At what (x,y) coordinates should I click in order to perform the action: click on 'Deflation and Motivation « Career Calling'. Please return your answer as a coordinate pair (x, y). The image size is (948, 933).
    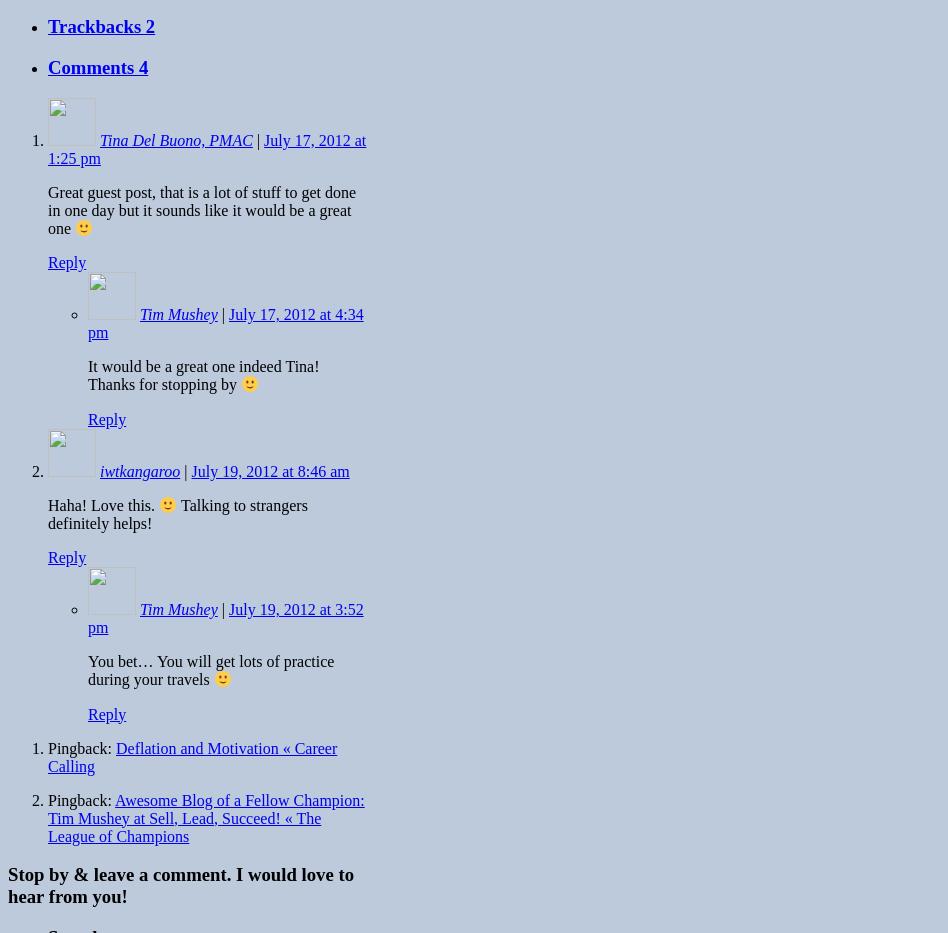
    Looking at the image, I should click on (191, 755).